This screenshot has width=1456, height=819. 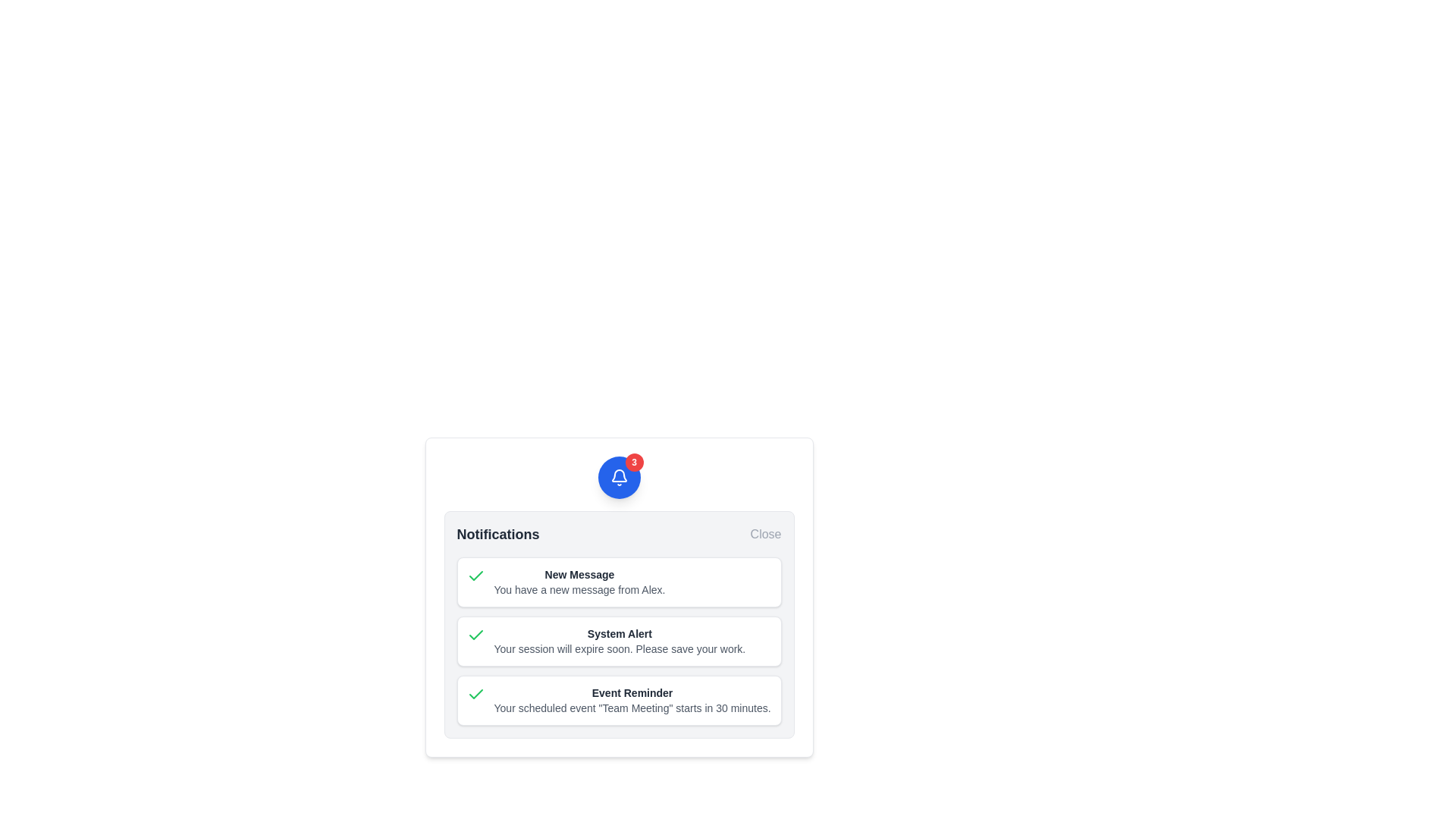 What do you see at coordinates (619, 625) in the screenshot?
I see `the text panel that informs the user about imminent session expiration, located in the center column of the notification panel, to read its text` at bounding box center [619, 625].